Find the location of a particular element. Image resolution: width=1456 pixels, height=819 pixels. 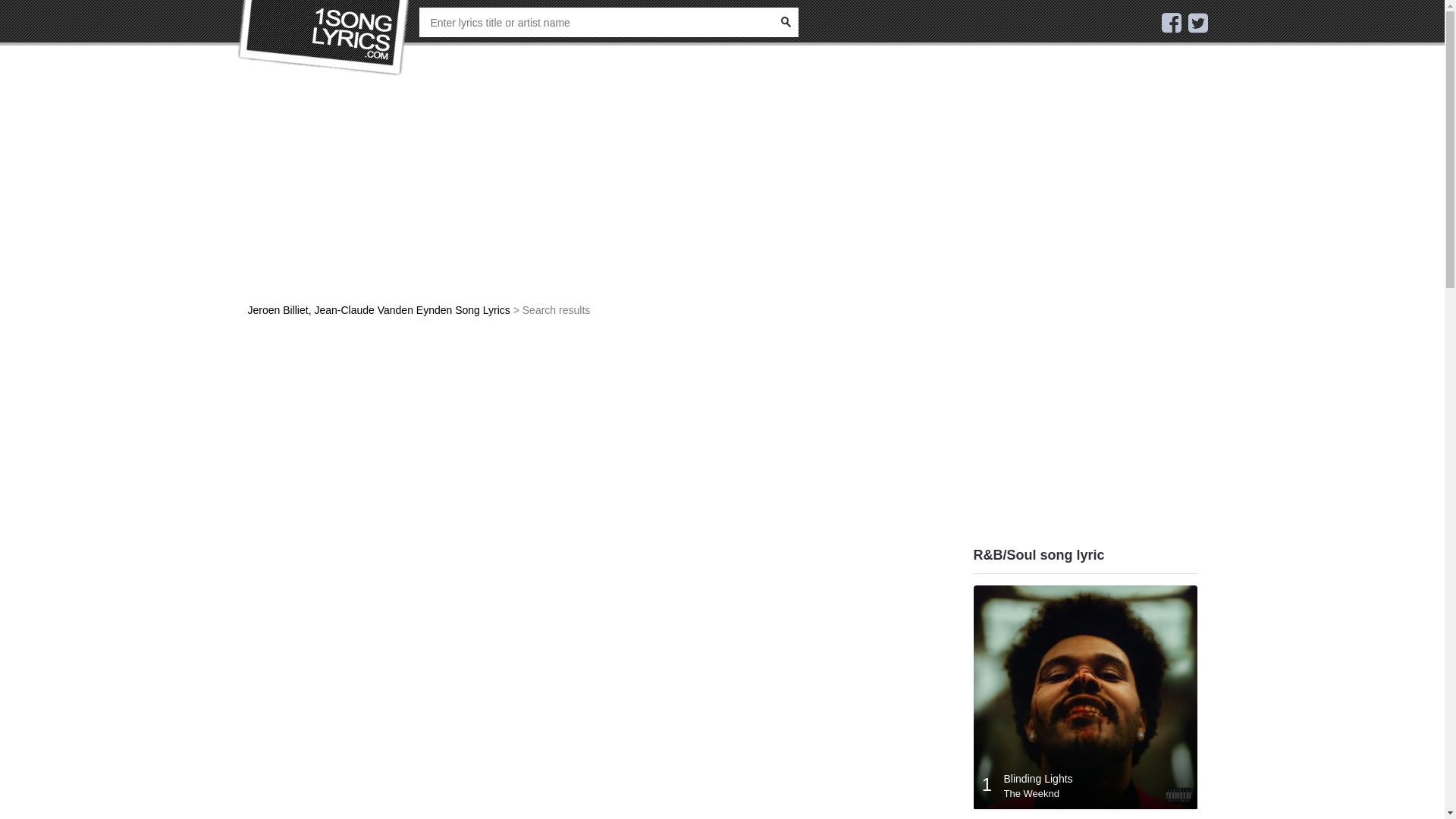

'Search' is located at coordinates (785, 22).